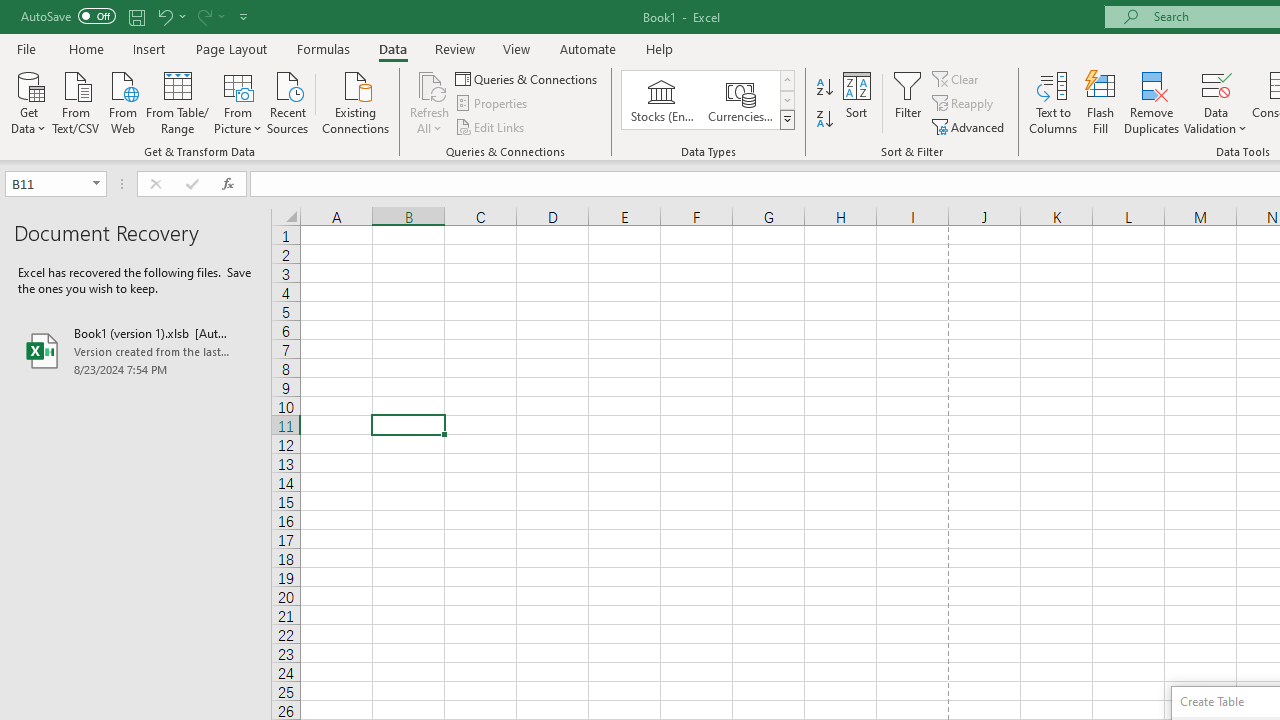 This screenshot has width=1280, height=720. What do you see at coordinates (76, 101) in the screenshot?
I see `'From Text/CSV'` at bounding box center [76, 101].